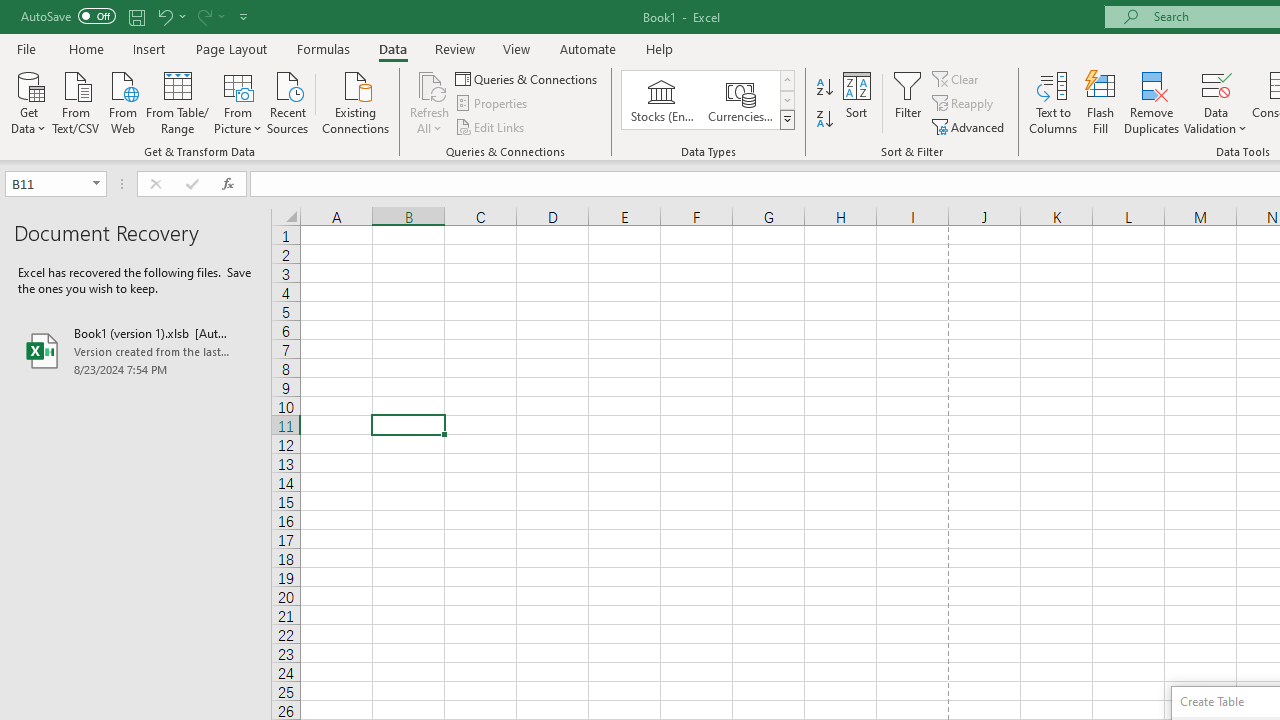 This screenshot has width=1280, height=720. What do you see at coordinates (76, 101) in the screenshot?
I see `'From Text/CSV'` at bounding box center [76, 101].